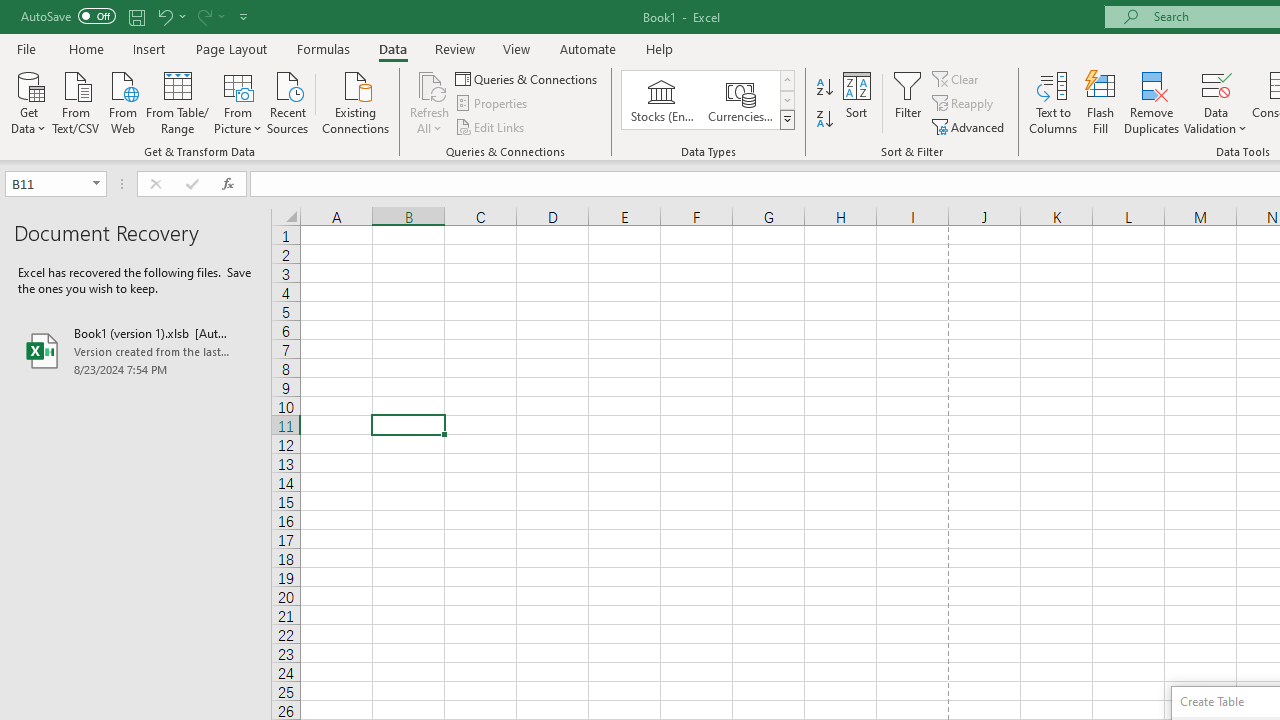 This screenshot has width=1280, height=720. What do you see at coordinates (76, 101) in the screenshot?
I see `'From Text/CSV'` at bounding box center [76, 101].